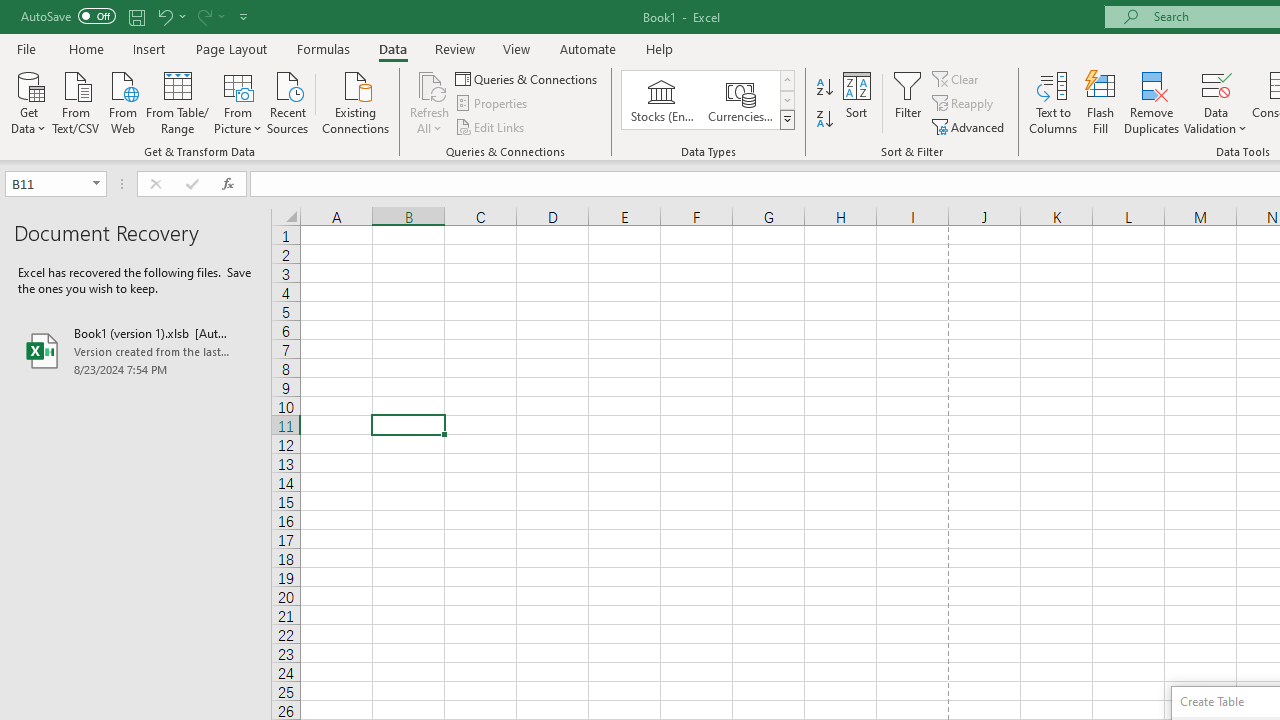 This screenshot has width=1280, height=720. What do you see at coordinates (76, 101) in the screenshot?
I see `'From Text/CSV'` at bounding box center [76, 101].